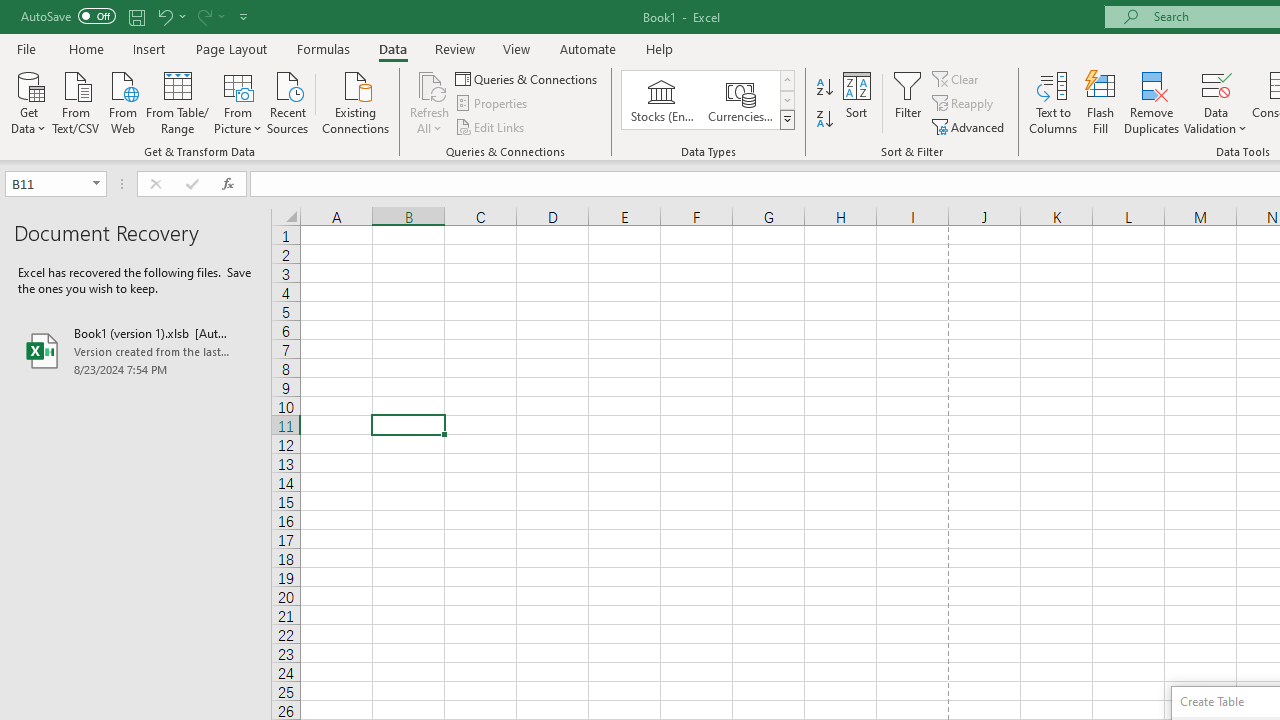 This screenshot has width=1280, height=720. What do you see at coordinates (76, 101) in the screenshot?
I see `'From Text/CSV'` at bounding box center [76, 101].